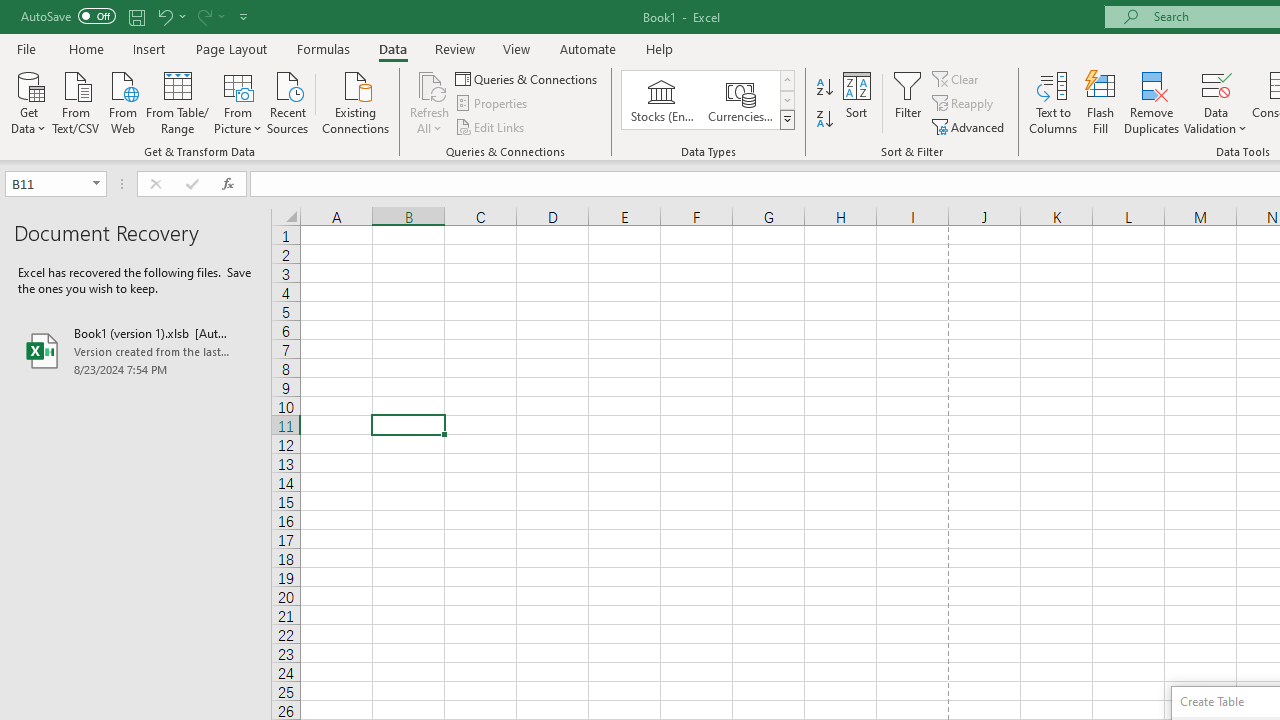 This screenshot has width=1280, height=720. What do you see at coordinates (76, 101) in the screenshot?
I see `'From Text/CSV'` at bounding box center [76, 101].